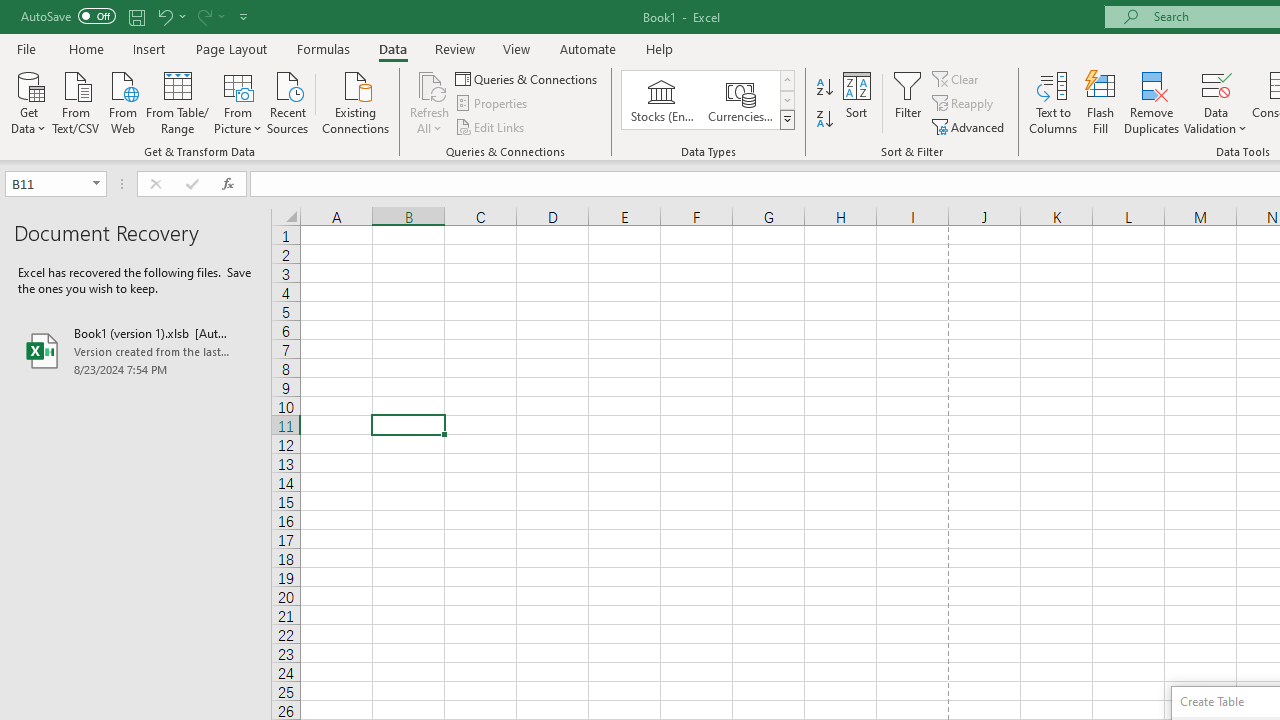 This screenshot has width=1280, height=720. What do you see at coordinates (76, 101) in the screenshot?
I see `'From Text/CSV'` at bounding box center [76, 101].